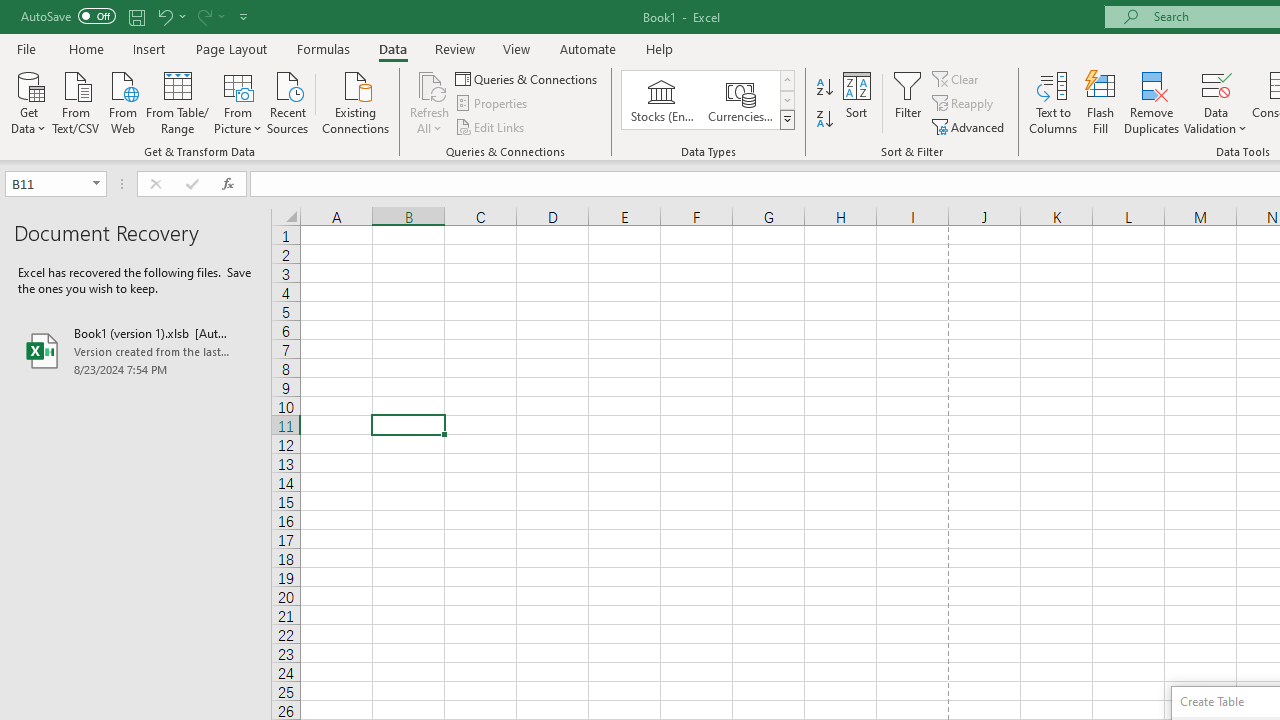 This screenshot has width=1280, height=720. What do you see at coordinates (76, 101) in the screenshot?
I see `'From Text/CSV'` at bounding box center [76, 101].